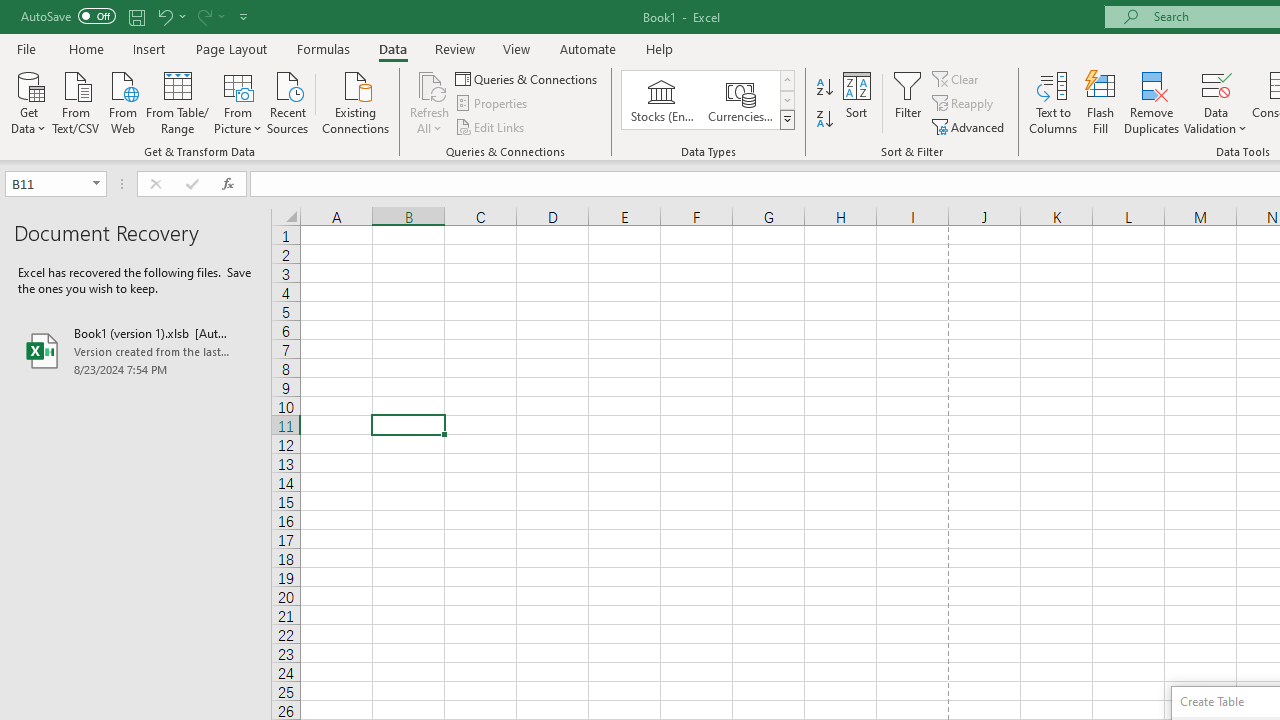 This screenshot has width=1280, height=720. What do you see at coordinates (76, 101) in the screenshot?
I see `'From Text/CSV'` at bounding box center [76, 101].